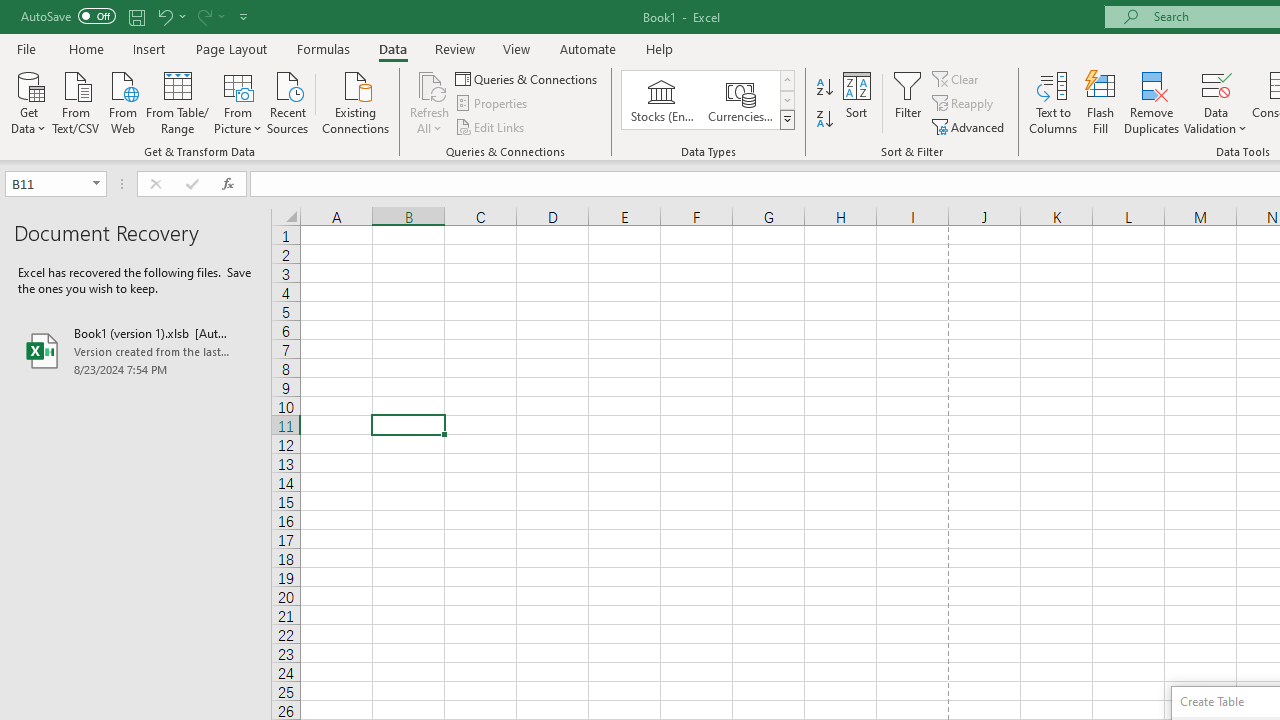 This screenshot has width=1280, height=720. What do you see at coordinates (76, 101) in the screenshot?
I see `'From Text/CSV'` at bounding box center [76, 101].